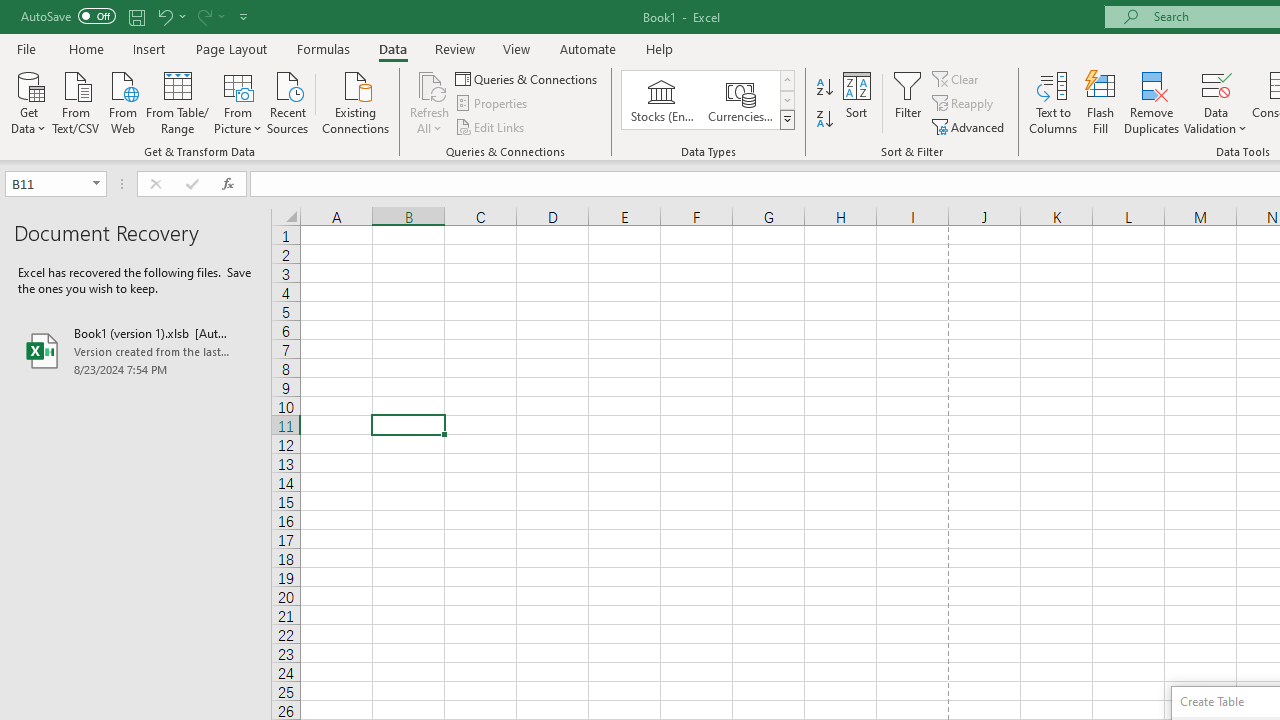 This screenshot has width=1280, height=720. What do you see at coordinates (76, 101) in the screenshot?
I see `'From Text/CSV'` at bounding box center [76, 101].